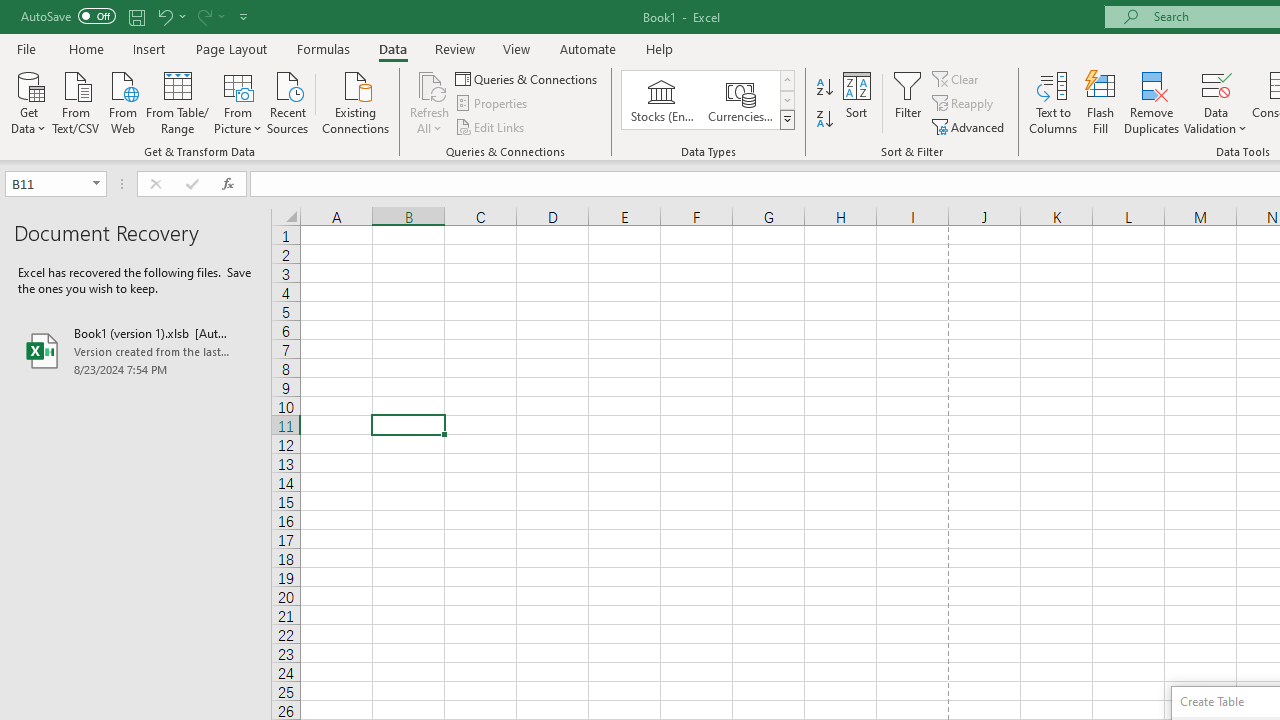 This screenshot has width=1280, height=720. What do you see at coordinates (76, 101) in the screenshot?
I see `'From Text/CSV'` at bounding box center [76, 101].